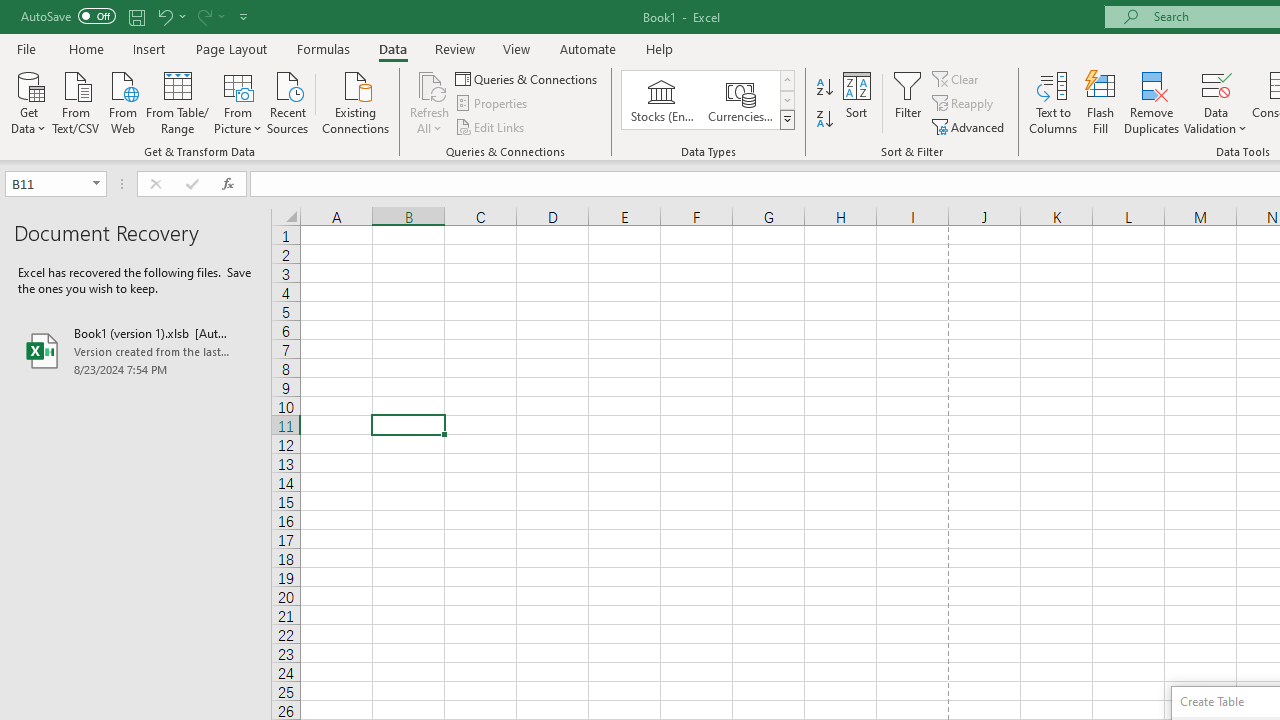 This screenshot has width=1280, height=720. What do you see at coordinates (76, 101) in the screenshot?
I see `'From Text/CSV'` at bounding box center [76, 101].